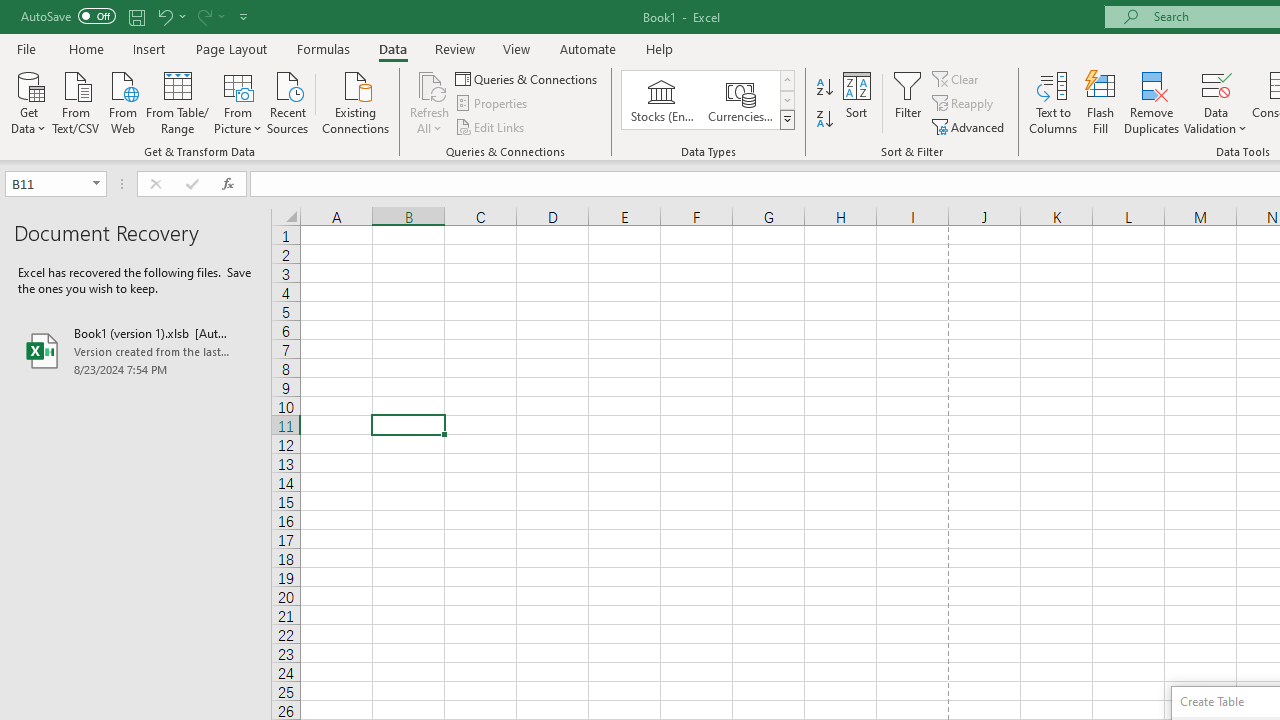 This screenshot has width=1280, height=720. What do you see at coordinates (76, 101) in the screenshot?
I see `'From Text/CSV'` at bounding box center [76, 101].